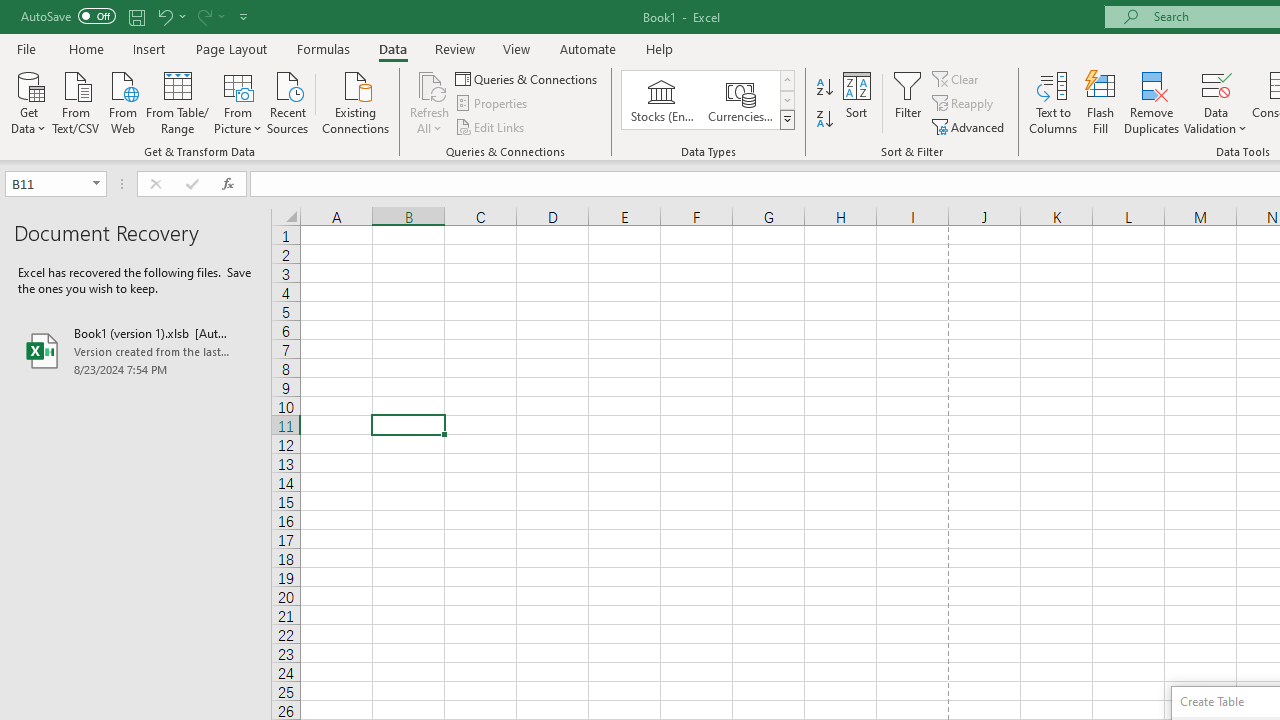 This screenshot has width=1280, height=720. What do you see at coordinates (76, 101) in the screenshot?
I see `'From Text/CSV'` at bounding box center [76, 101].